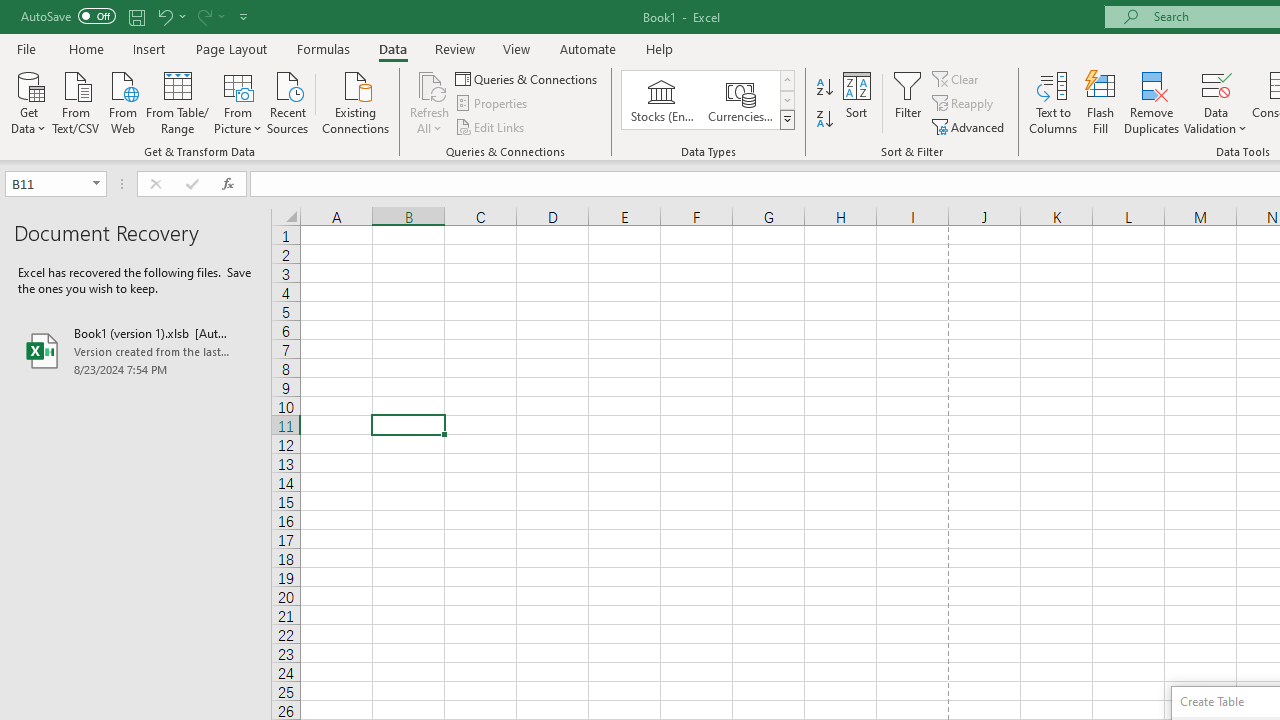 This screenshot has width=1280, height=720. What do you see at coordinates (76, 101) in the screenshot?
I see `'From Text/CSV'` at bounding box center [76, 101].